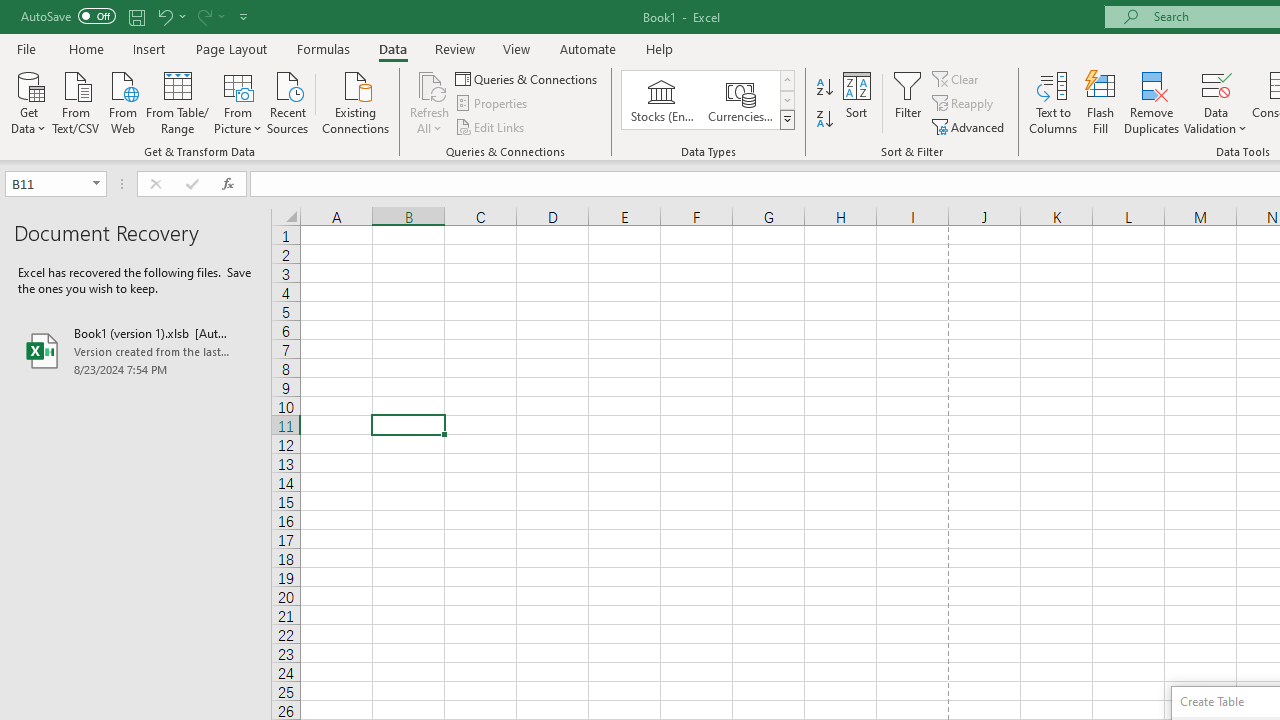 This screenshot has width=1280, height=720. What do you see at coordinates (76, 101) in the screenshot?
I see `'From Text/CSV'` at bounding box center [76, 101].